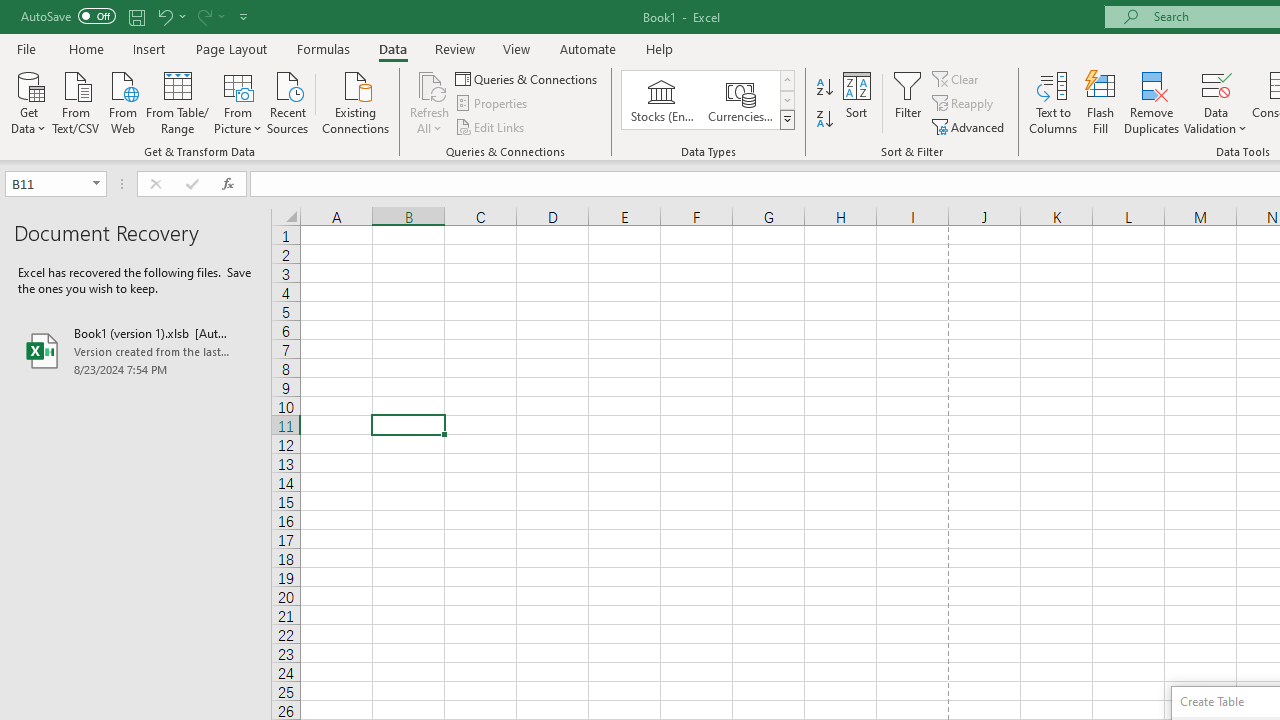 This screenshot has width=1280, height=720. What do you see at coordinates (76, 101) in the screenshot?
I see `'From Text/CSV'` at bounding box center [76, 101].